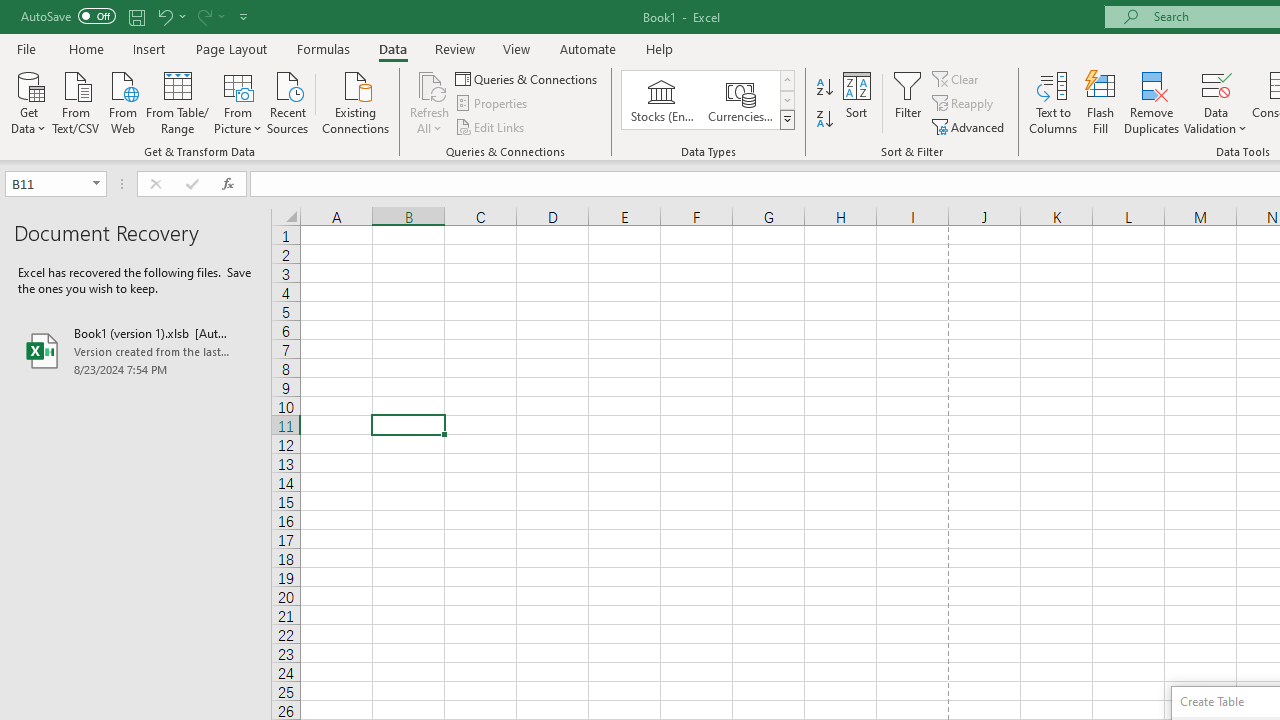 This screenshot has width=1280, height=720. What do you see at coordinates (76, 101) in the screenshot?
I see `'From Text/CSV'` at bounding box center [76, 101].